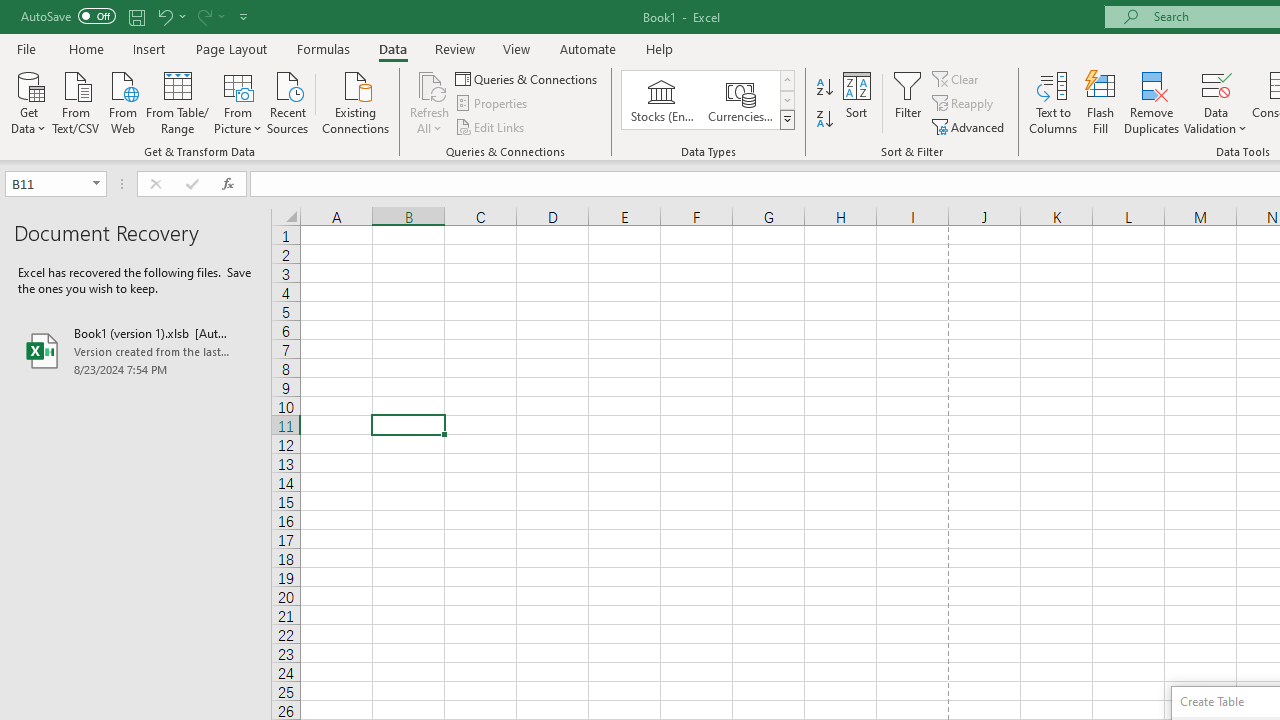 This screenshot has width=1280, height=720. What do you see at coordinates (76, 101) in the screenshot?
I see `'From Text/CSV'` at bounding box center [76, 101].